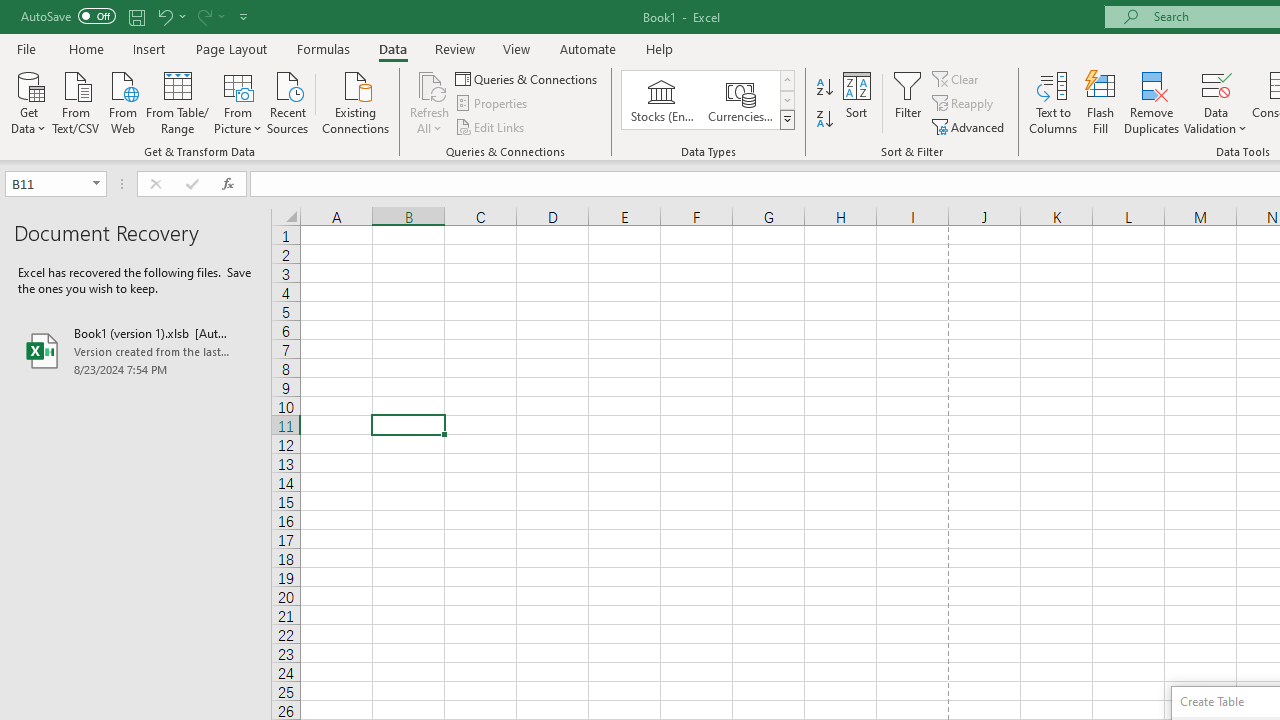 This screenshot has width=1280, height=720. What do you see at coordinates (76, 101) in the screenshot?
I see `'From Text/CSV'` at bounding box center [76, 101].